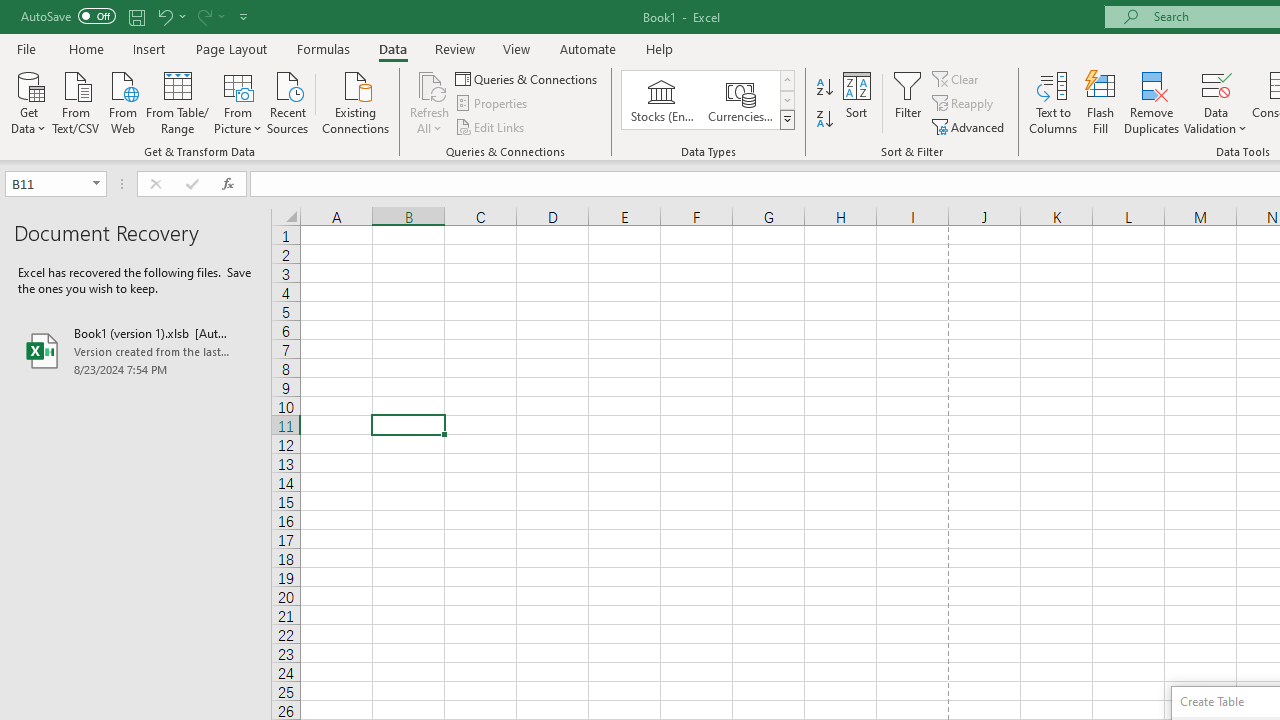 This screenshot has width=1280, height=720. What do you see at coordinates (76, 101) in the screenshot?
I see `'From Text/CSV'` at bounding box center [76, 101].